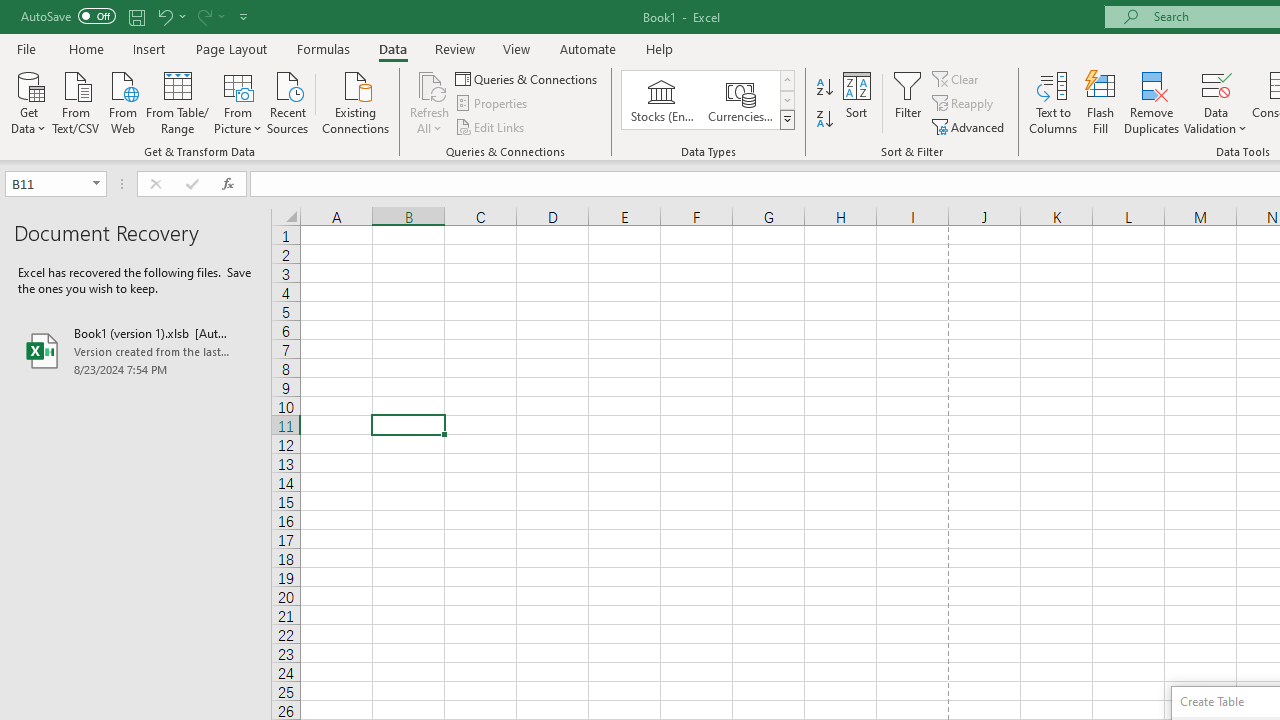 This screenshot has width=1280, height=720. What do you see at coordinates (76, 101) in the screenshot?
I see `'From Text/CSV'` at bounding box center [76, 101].